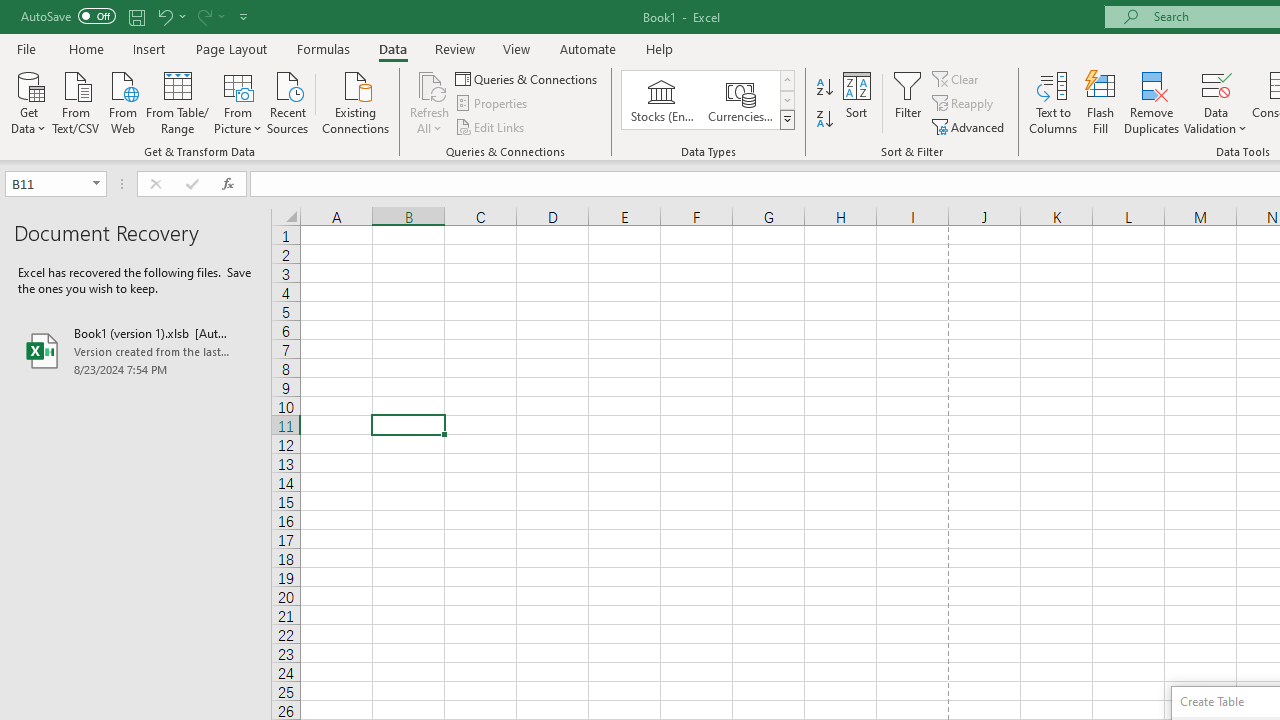 This screenshot has width=1280, height=720. What do you see at coordinates (76, 101) in the screenshot?
I see `'From Text/CSV'` at bounding box center [76, 101].